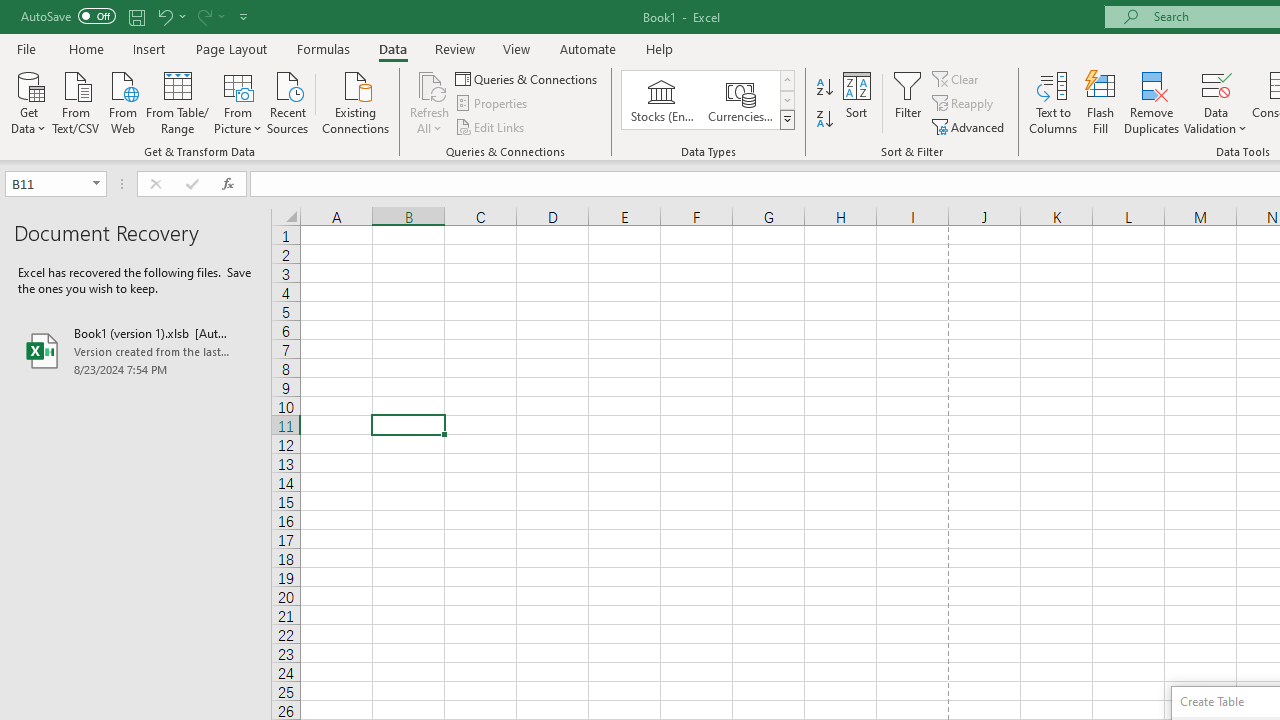 This screenshot has width=1280, height=720. What do you see at coordinates (76, 101) in the screenshot?
I see `'From Text/CSV'` at bounding box center [76, 101].